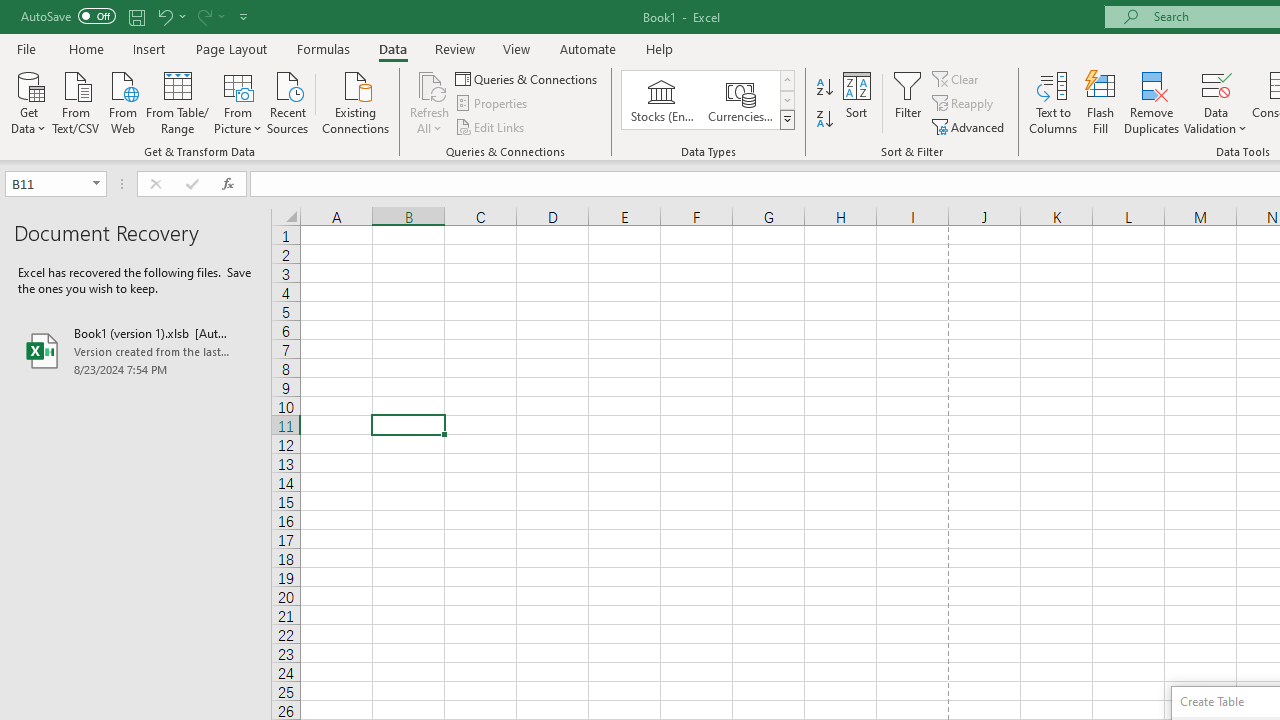 This screenshot has width=1280, height=720. What do you see at coordinates (76, 101) in the screenshot?
I see `'From Text/CSV'` at bounding box center [76, 101].